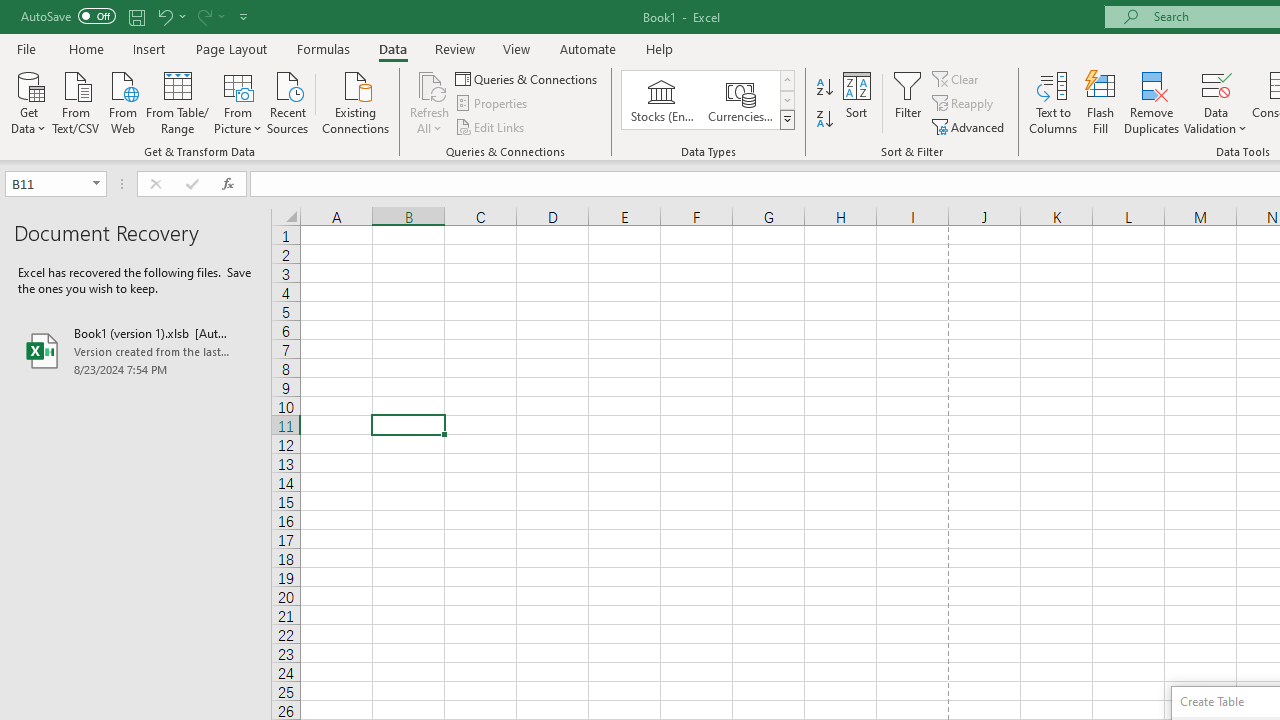 This screenshot has width=1280, height=720. What do you see at coordinates (76, 101) in the screenshot?
I see `'From Text/CSV'` at bounding box center [76, 101].